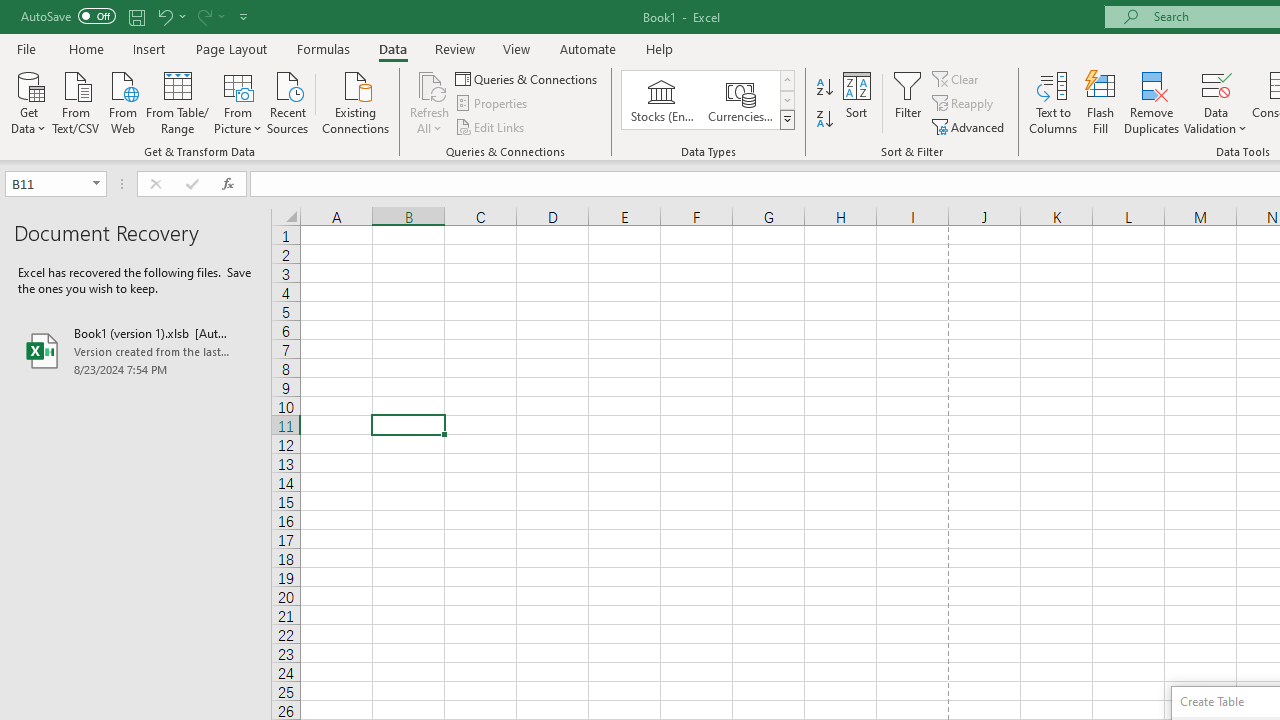 This screenshot has width=1280, height=720. What do you see at coordinates (76, 101) in the screenshot?
I see `'From Text/CSV'` at bounding box center [76, 101].